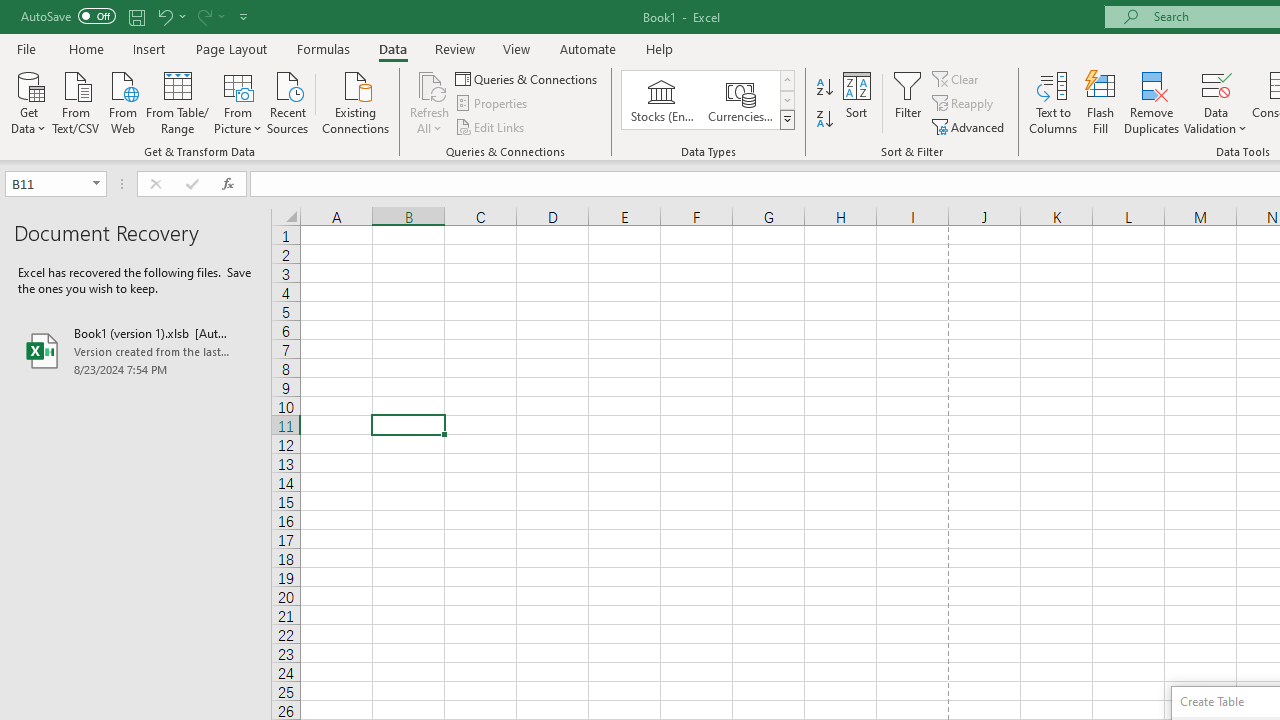 This screenshot has width=1280, height=720. What do you see at coordinates (76, 101) in the screenshot?
I see `'From Text/CSV'` at bounding box center [76, 101].